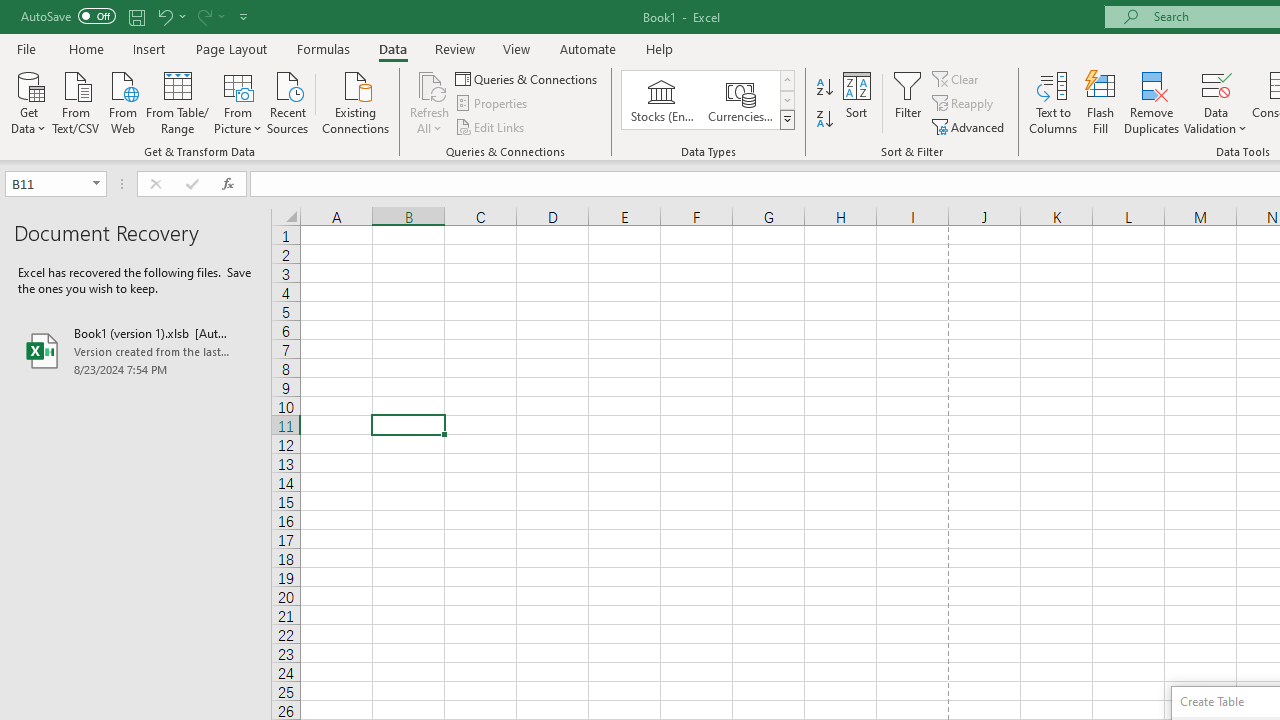 This screenshot has width=1280, height=720. What do you see at coordinates (76, 101) in the screenshot?
I see `'From Text/CSV'` at bounding box center [76, 101].